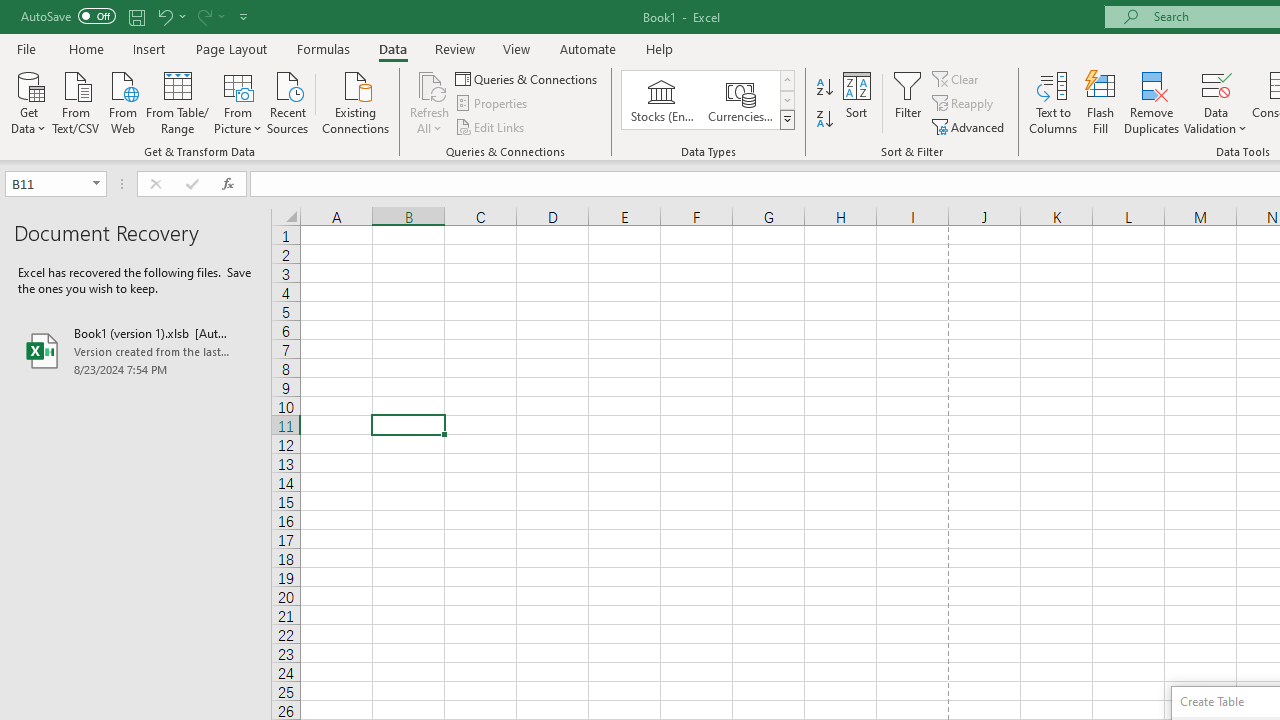 This screenshot has width=1280, height=720. What do you see at coordinates (76, 101) in the screenshot?
I see `'From Text/CSV'` at bounding box center [76, 101].